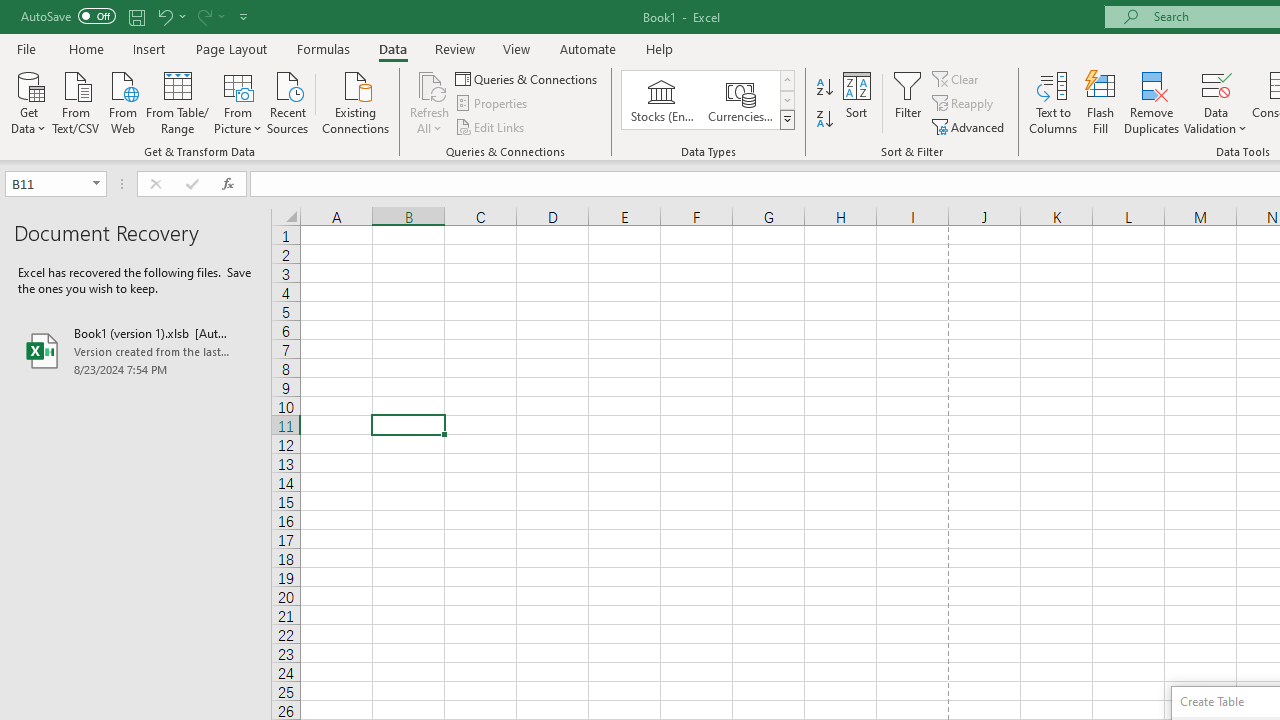 This screenshot has width=1280, height=720. What do you see at coordinates (76, 101) in the screenshot?
I see `'From Text/CSV'` at bounding box center [76, 101].